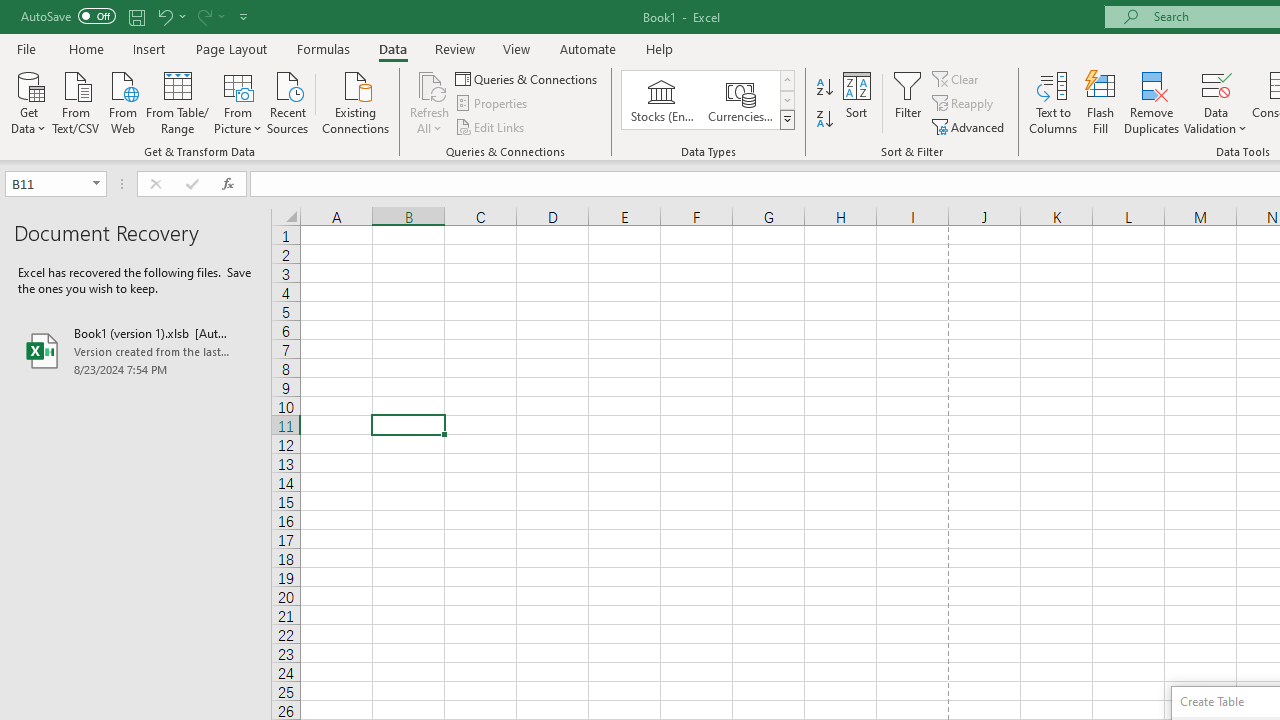 This screenshot has width=1280, height=720. What do you see at coordinates (76, 101) in the screenshot?
I see `'From Text/CSV'` at bounding box center [76, 101].